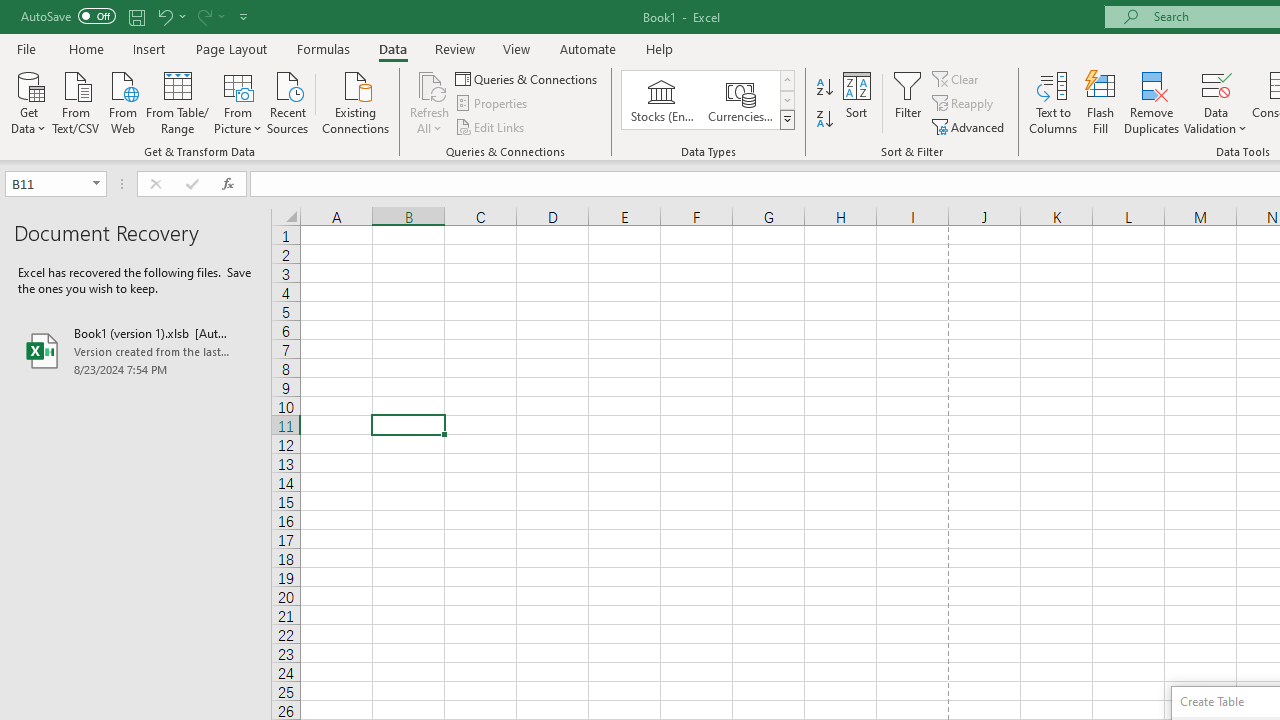 This screenshot has width=1280, height=720. What do you see at coordinates (76, 101) in the screenshot?
I see `'From Text/CSV'` at bounding box center [76, 101].